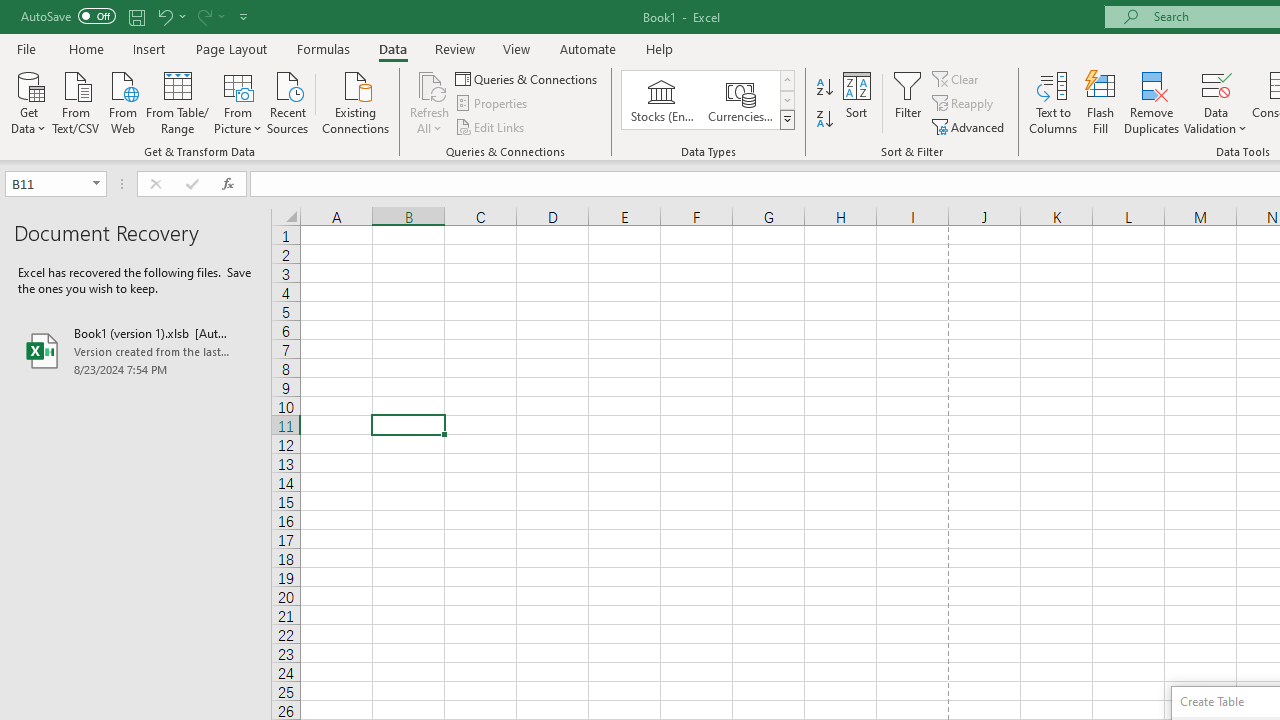 This screenshot has width=1280, height=720. What do you see at coordinates (76, 101) in the screenshot?
I see `'From Text/CSV'` at bounding box center [76, 101].